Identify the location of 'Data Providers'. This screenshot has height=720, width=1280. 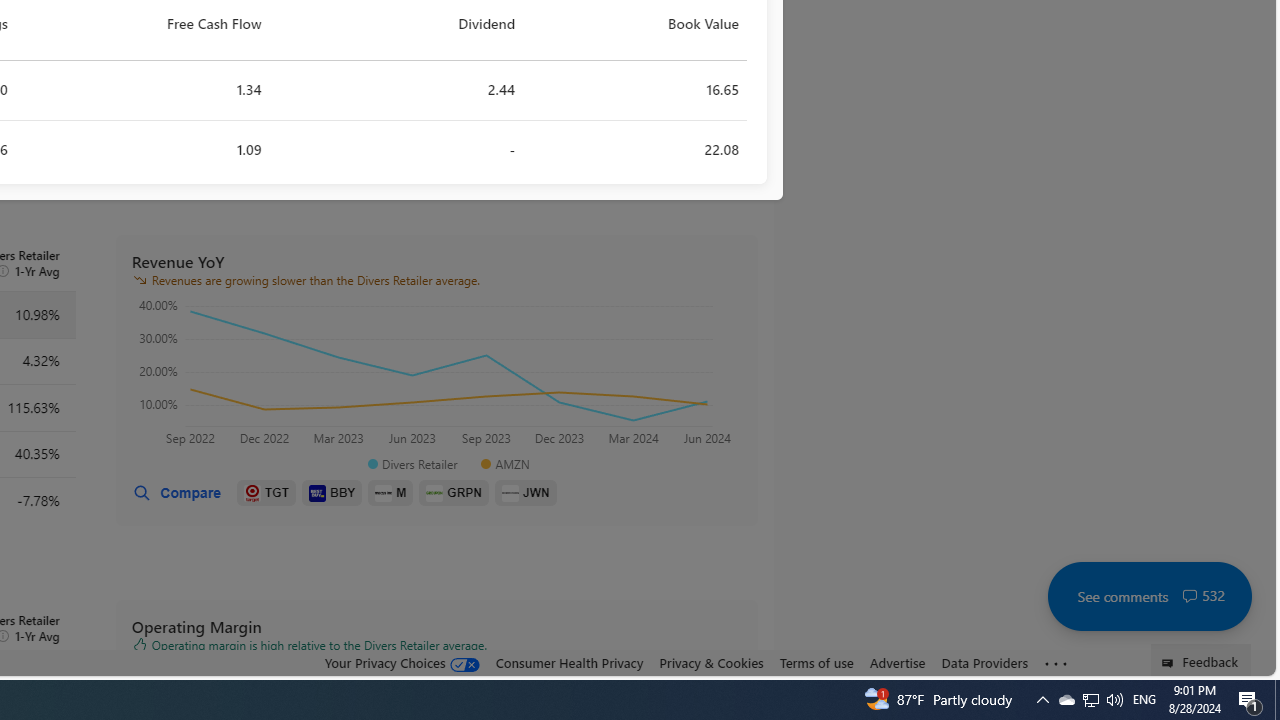
(984, 663).